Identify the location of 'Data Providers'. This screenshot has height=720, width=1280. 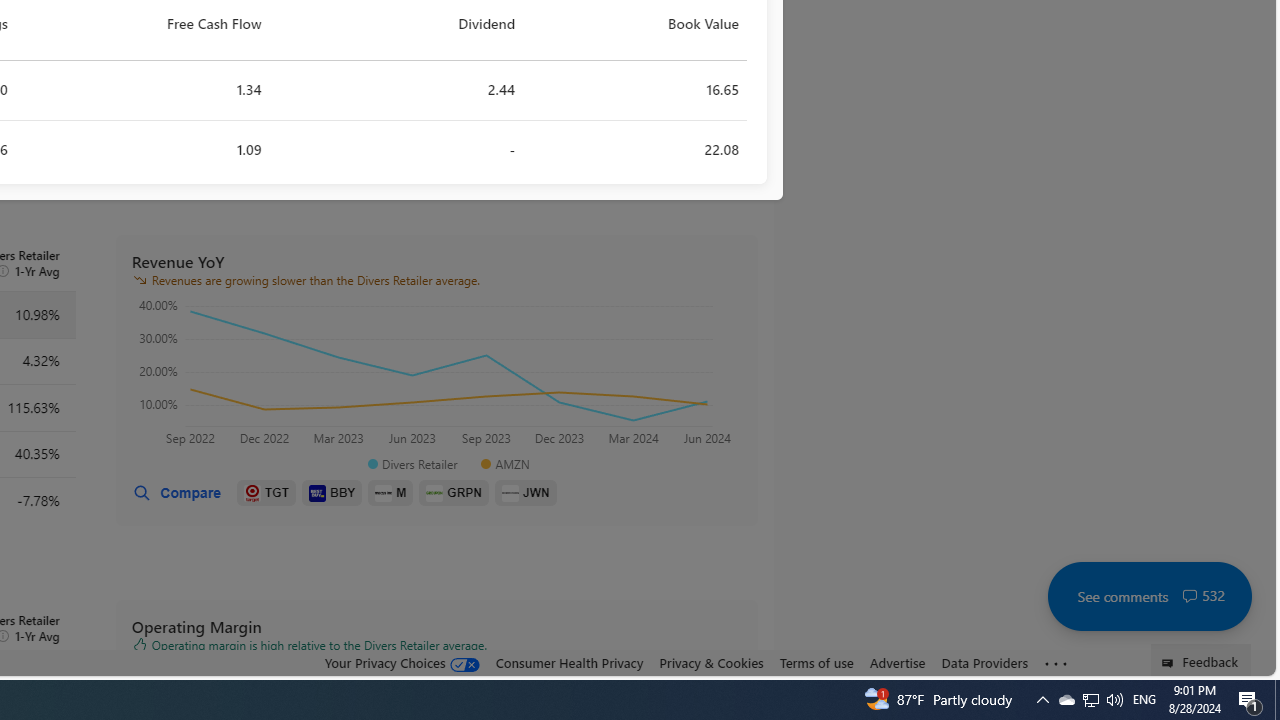
(984, 663).